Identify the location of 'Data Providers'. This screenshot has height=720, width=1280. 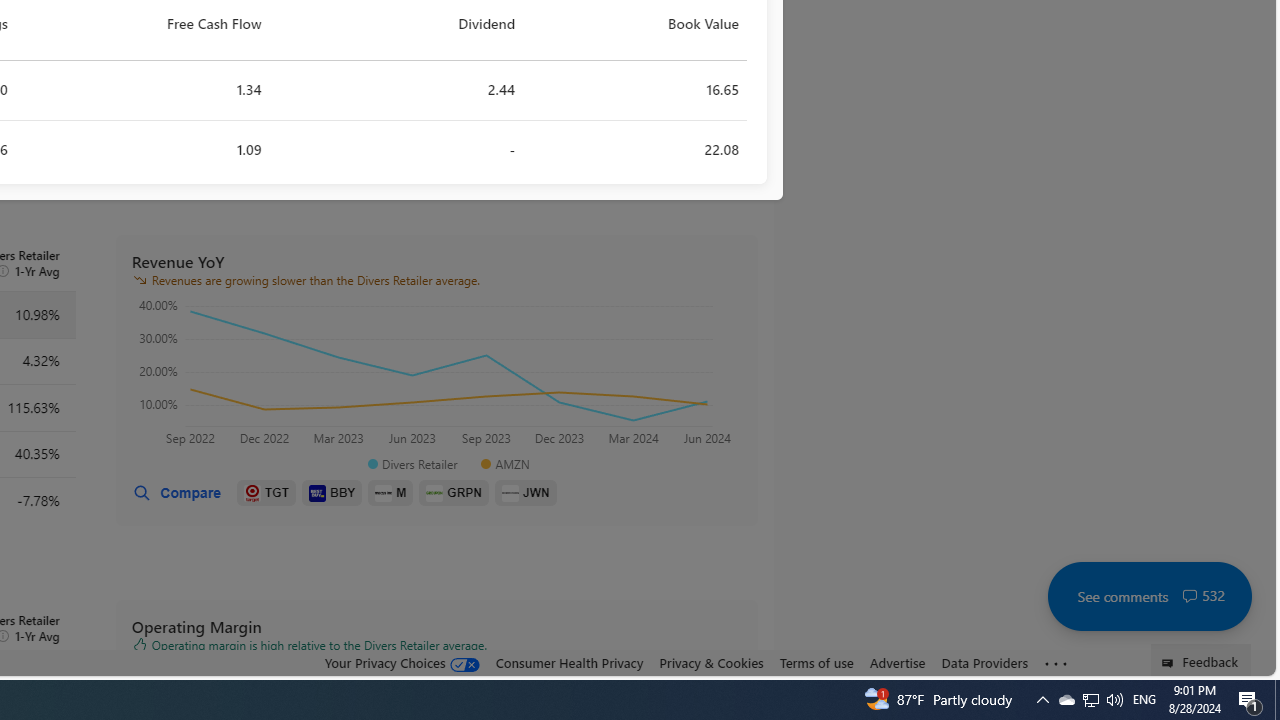
(984, 663).